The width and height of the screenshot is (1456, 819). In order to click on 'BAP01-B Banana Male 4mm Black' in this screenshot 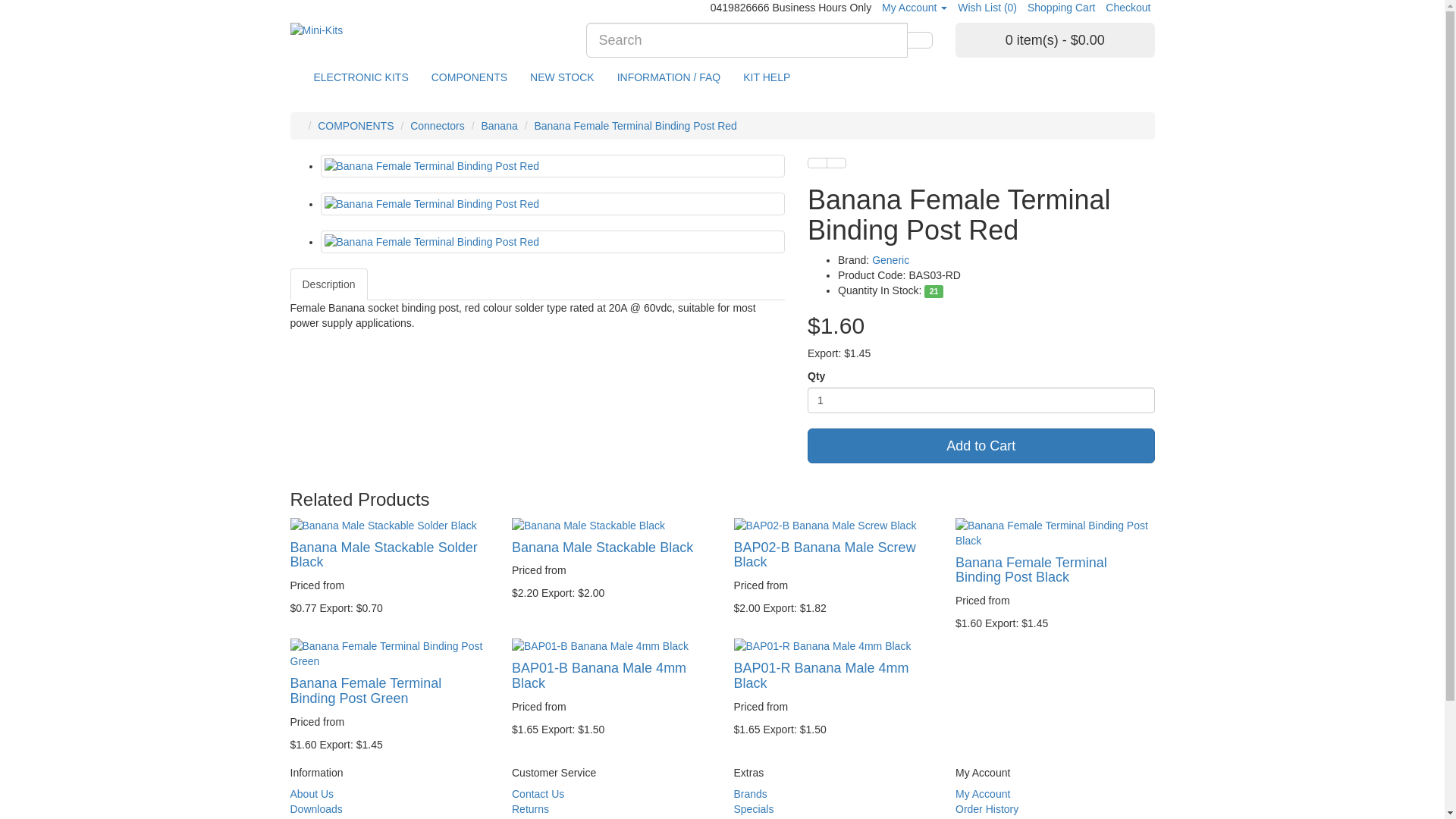, I will do `click(611, 646)`.